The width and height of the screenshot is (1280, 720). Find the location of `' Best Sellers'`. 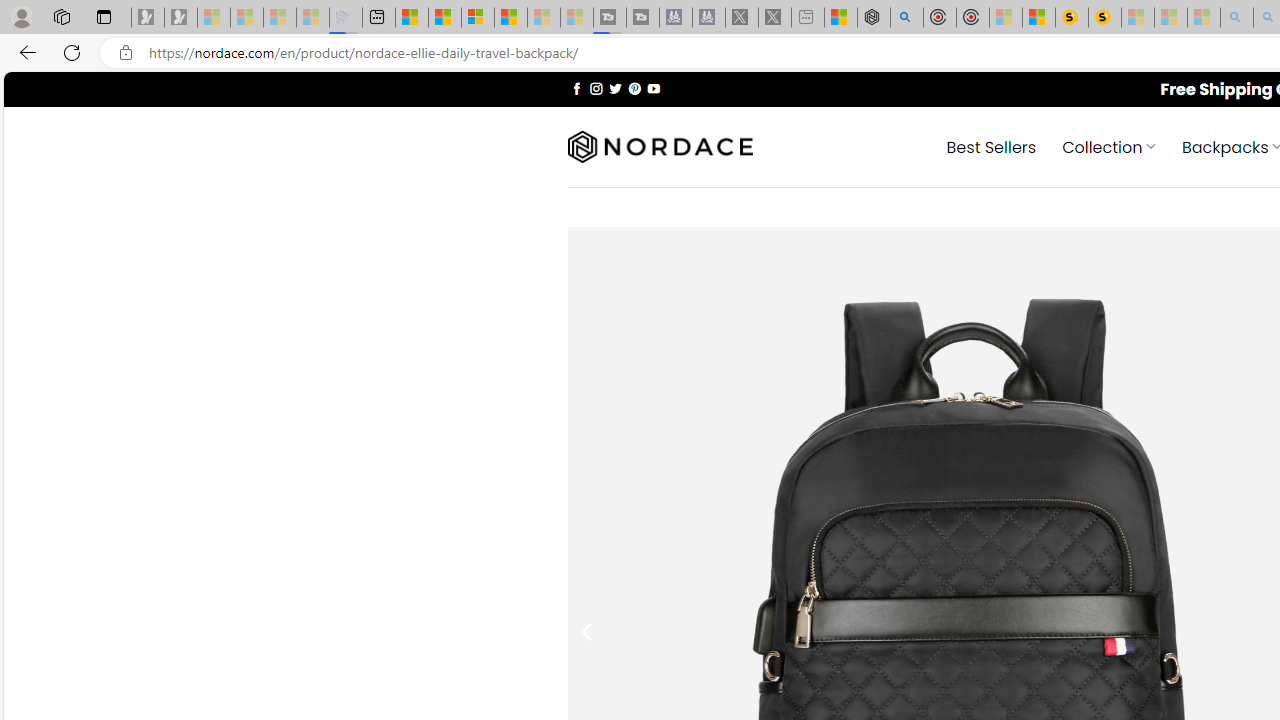

' Best Sellers' is located at coordinates (991, 145).